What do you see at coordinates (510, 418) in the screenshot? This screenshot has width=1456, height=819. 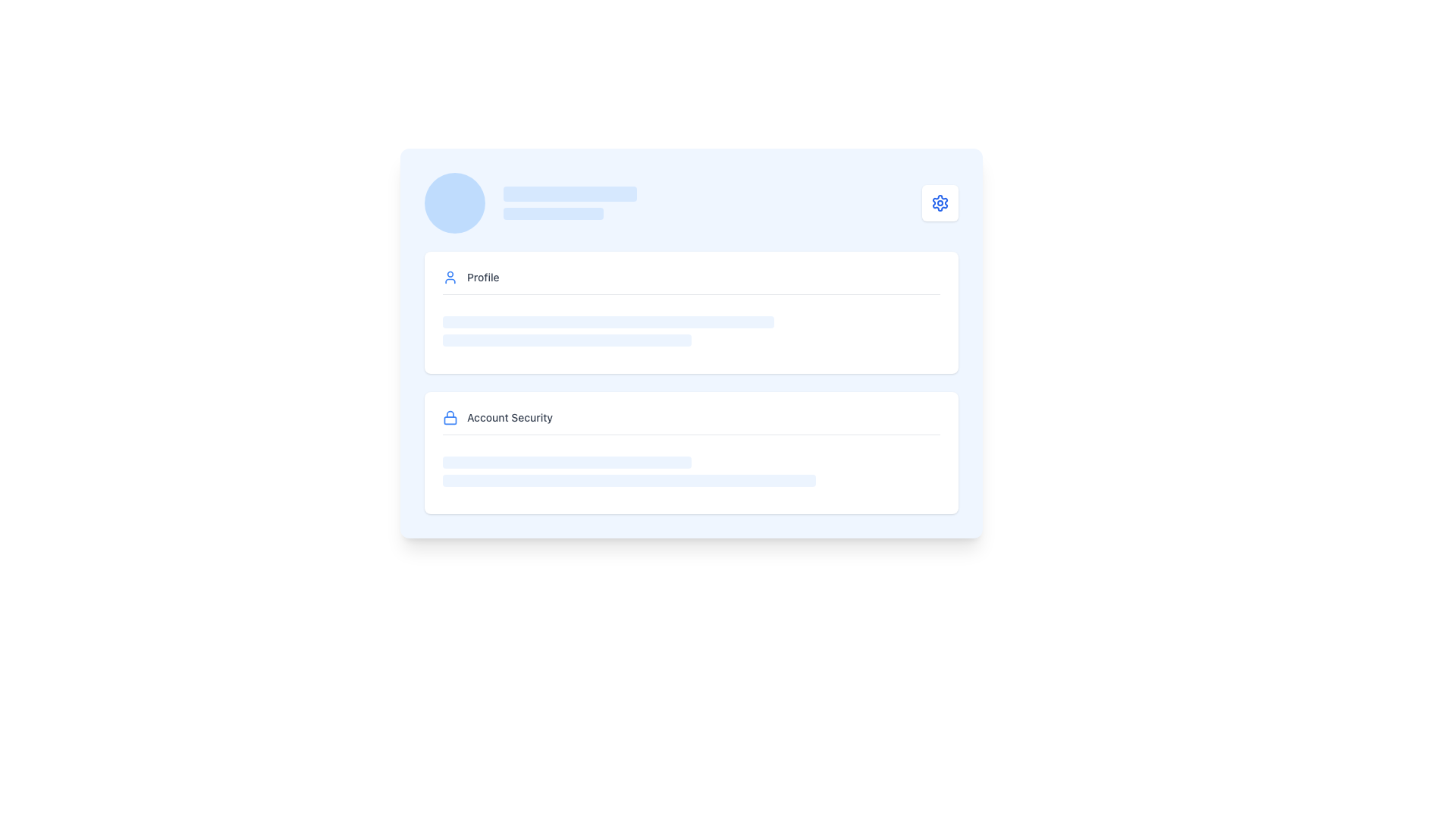 I see `the label indicating account security, which is part of a horizontal grouping with a lock icon to its left, located in the second section below 'Profile'` at bounding box center [510, 418].